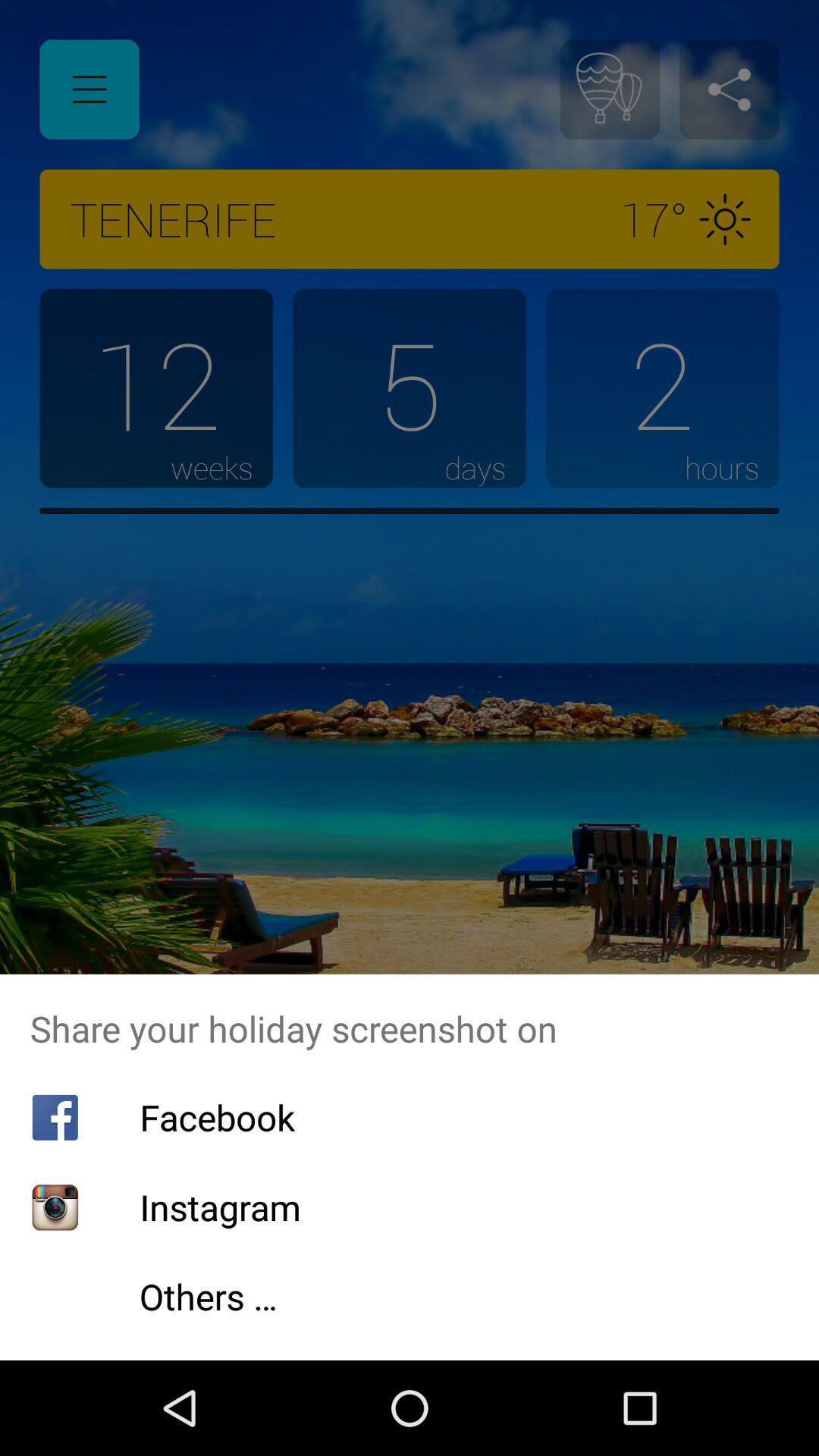 The height and width of the screenshot is (1456, 819). Describe the element at coordinates (728, 89) in the screenshot. I see `the share icon` at that location.